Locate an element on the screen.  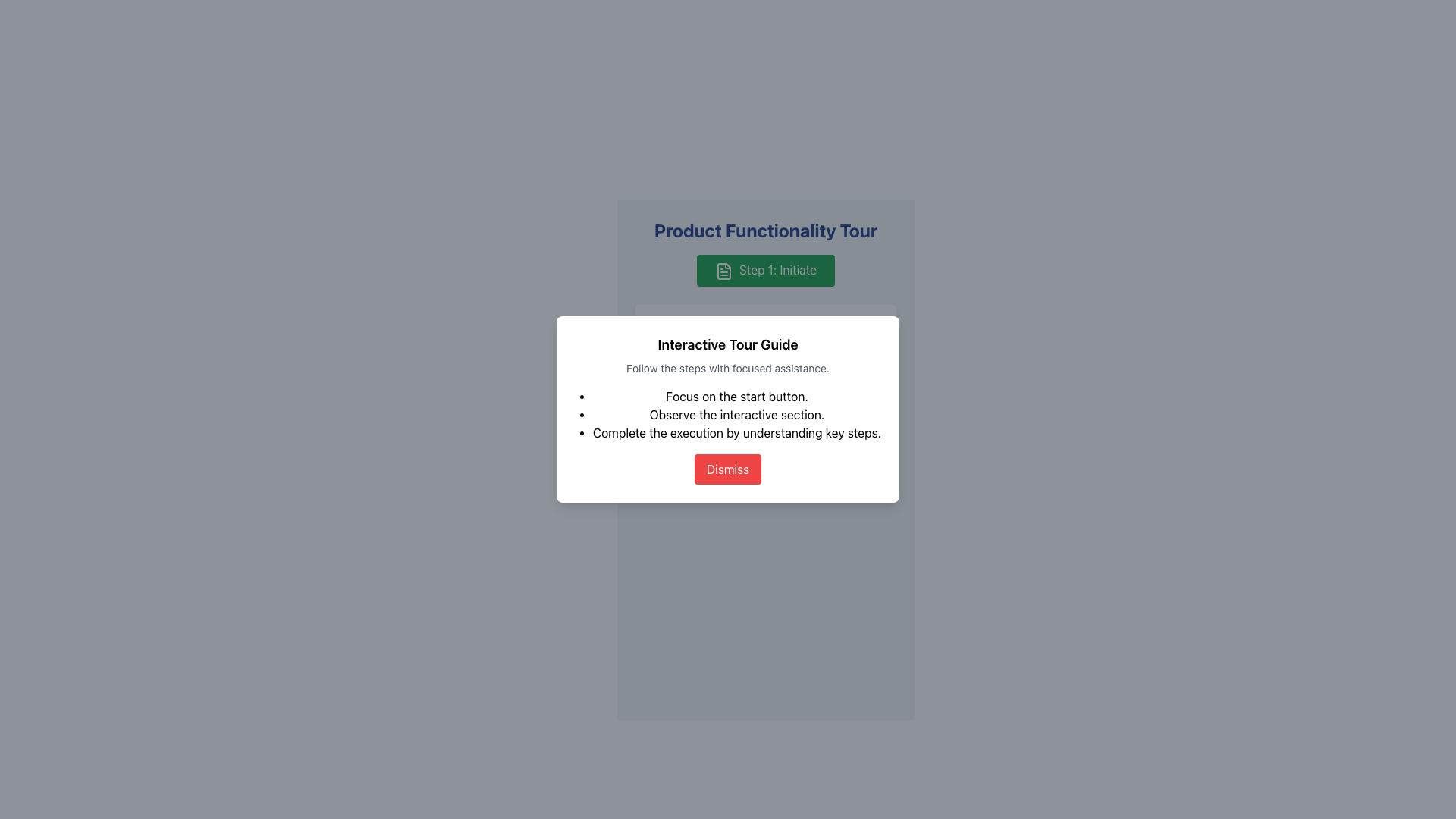
the dismiss button located at the bottom of the 'Interactive Tour Guide' dialog box is located at coordinates (728, 468).